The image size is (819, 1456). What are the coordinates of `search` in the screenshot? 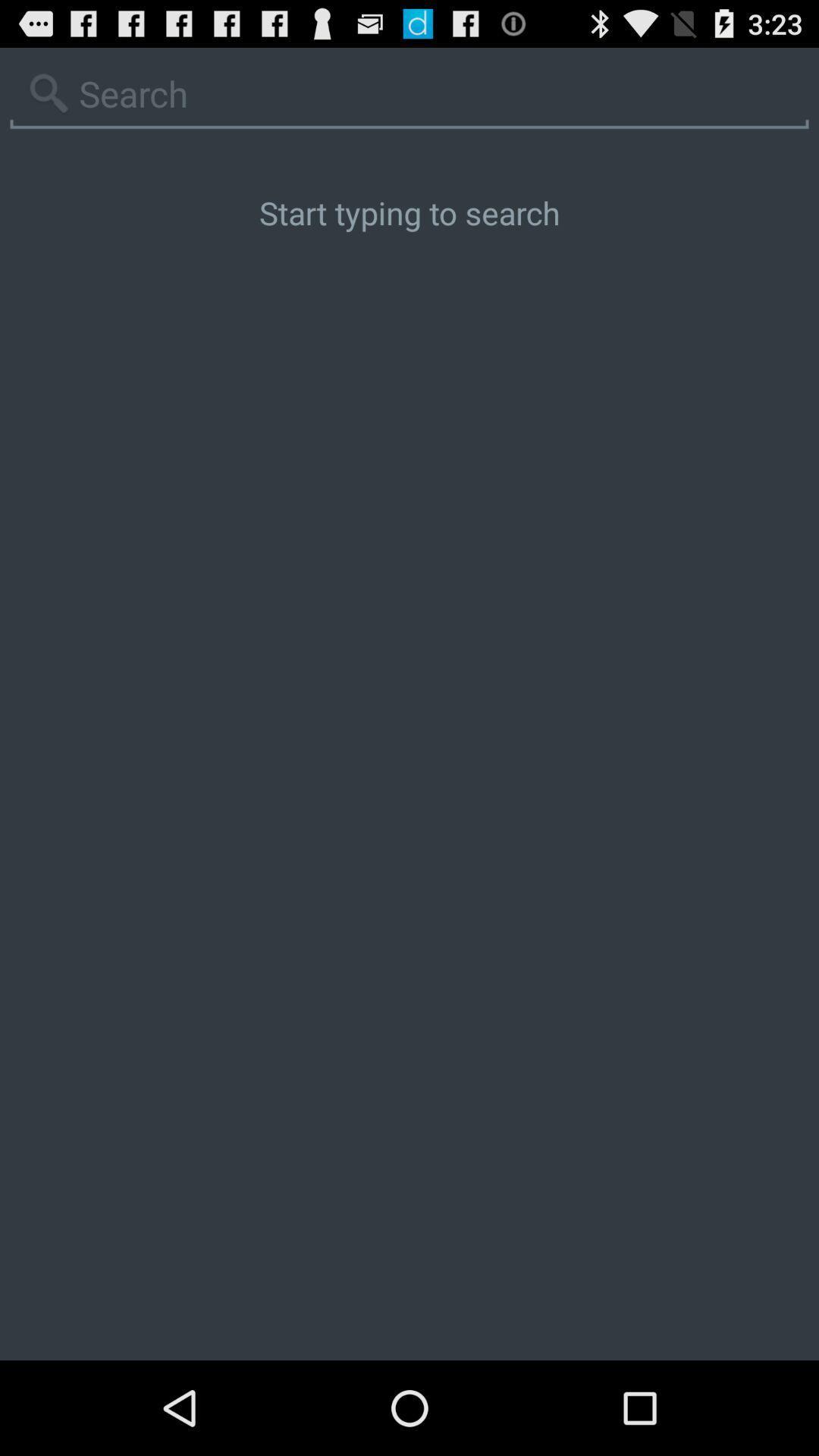 It's located at (409, 93).